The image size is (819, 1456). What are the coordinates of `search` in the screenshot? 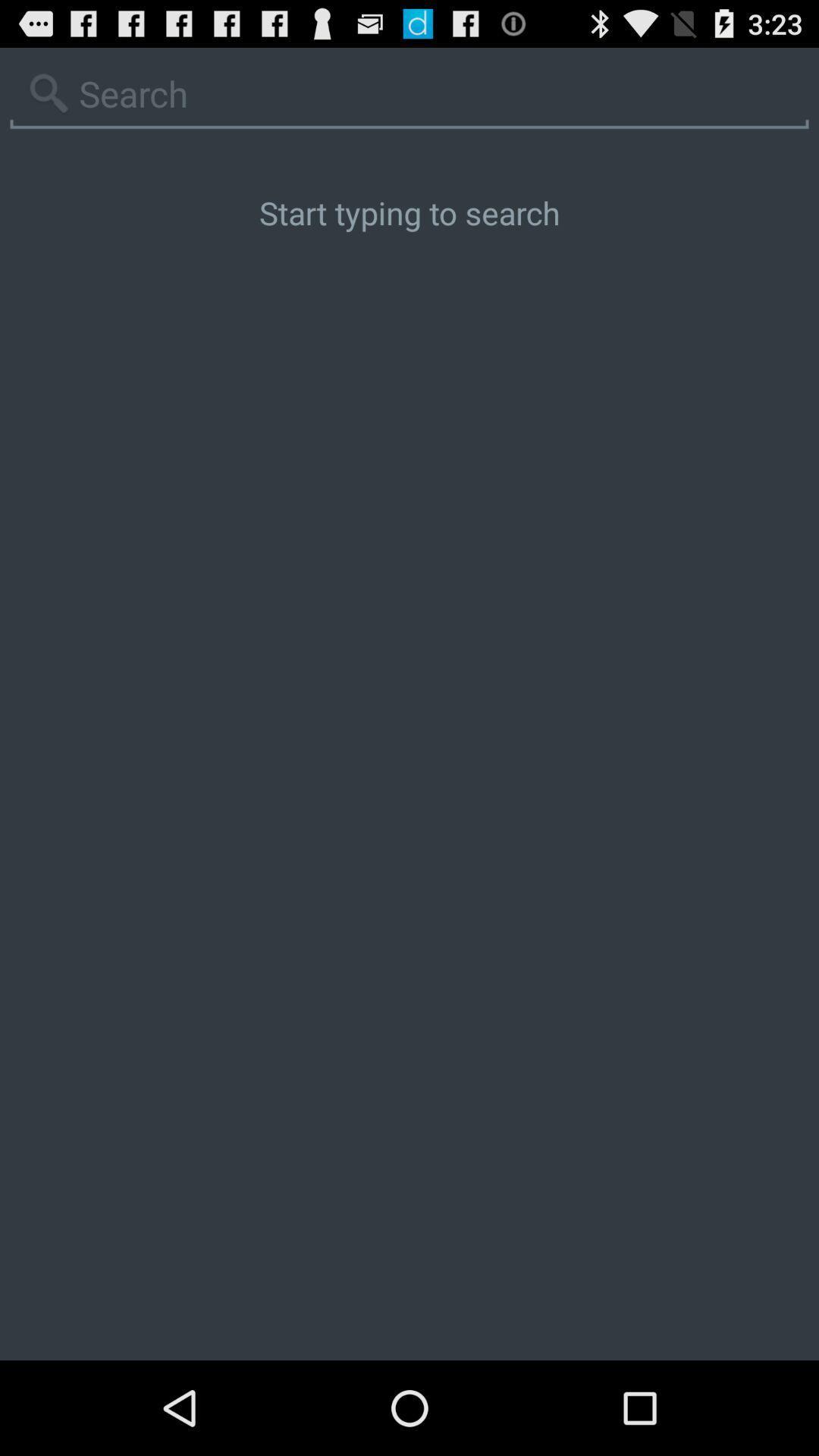 It's located at (409, 93).